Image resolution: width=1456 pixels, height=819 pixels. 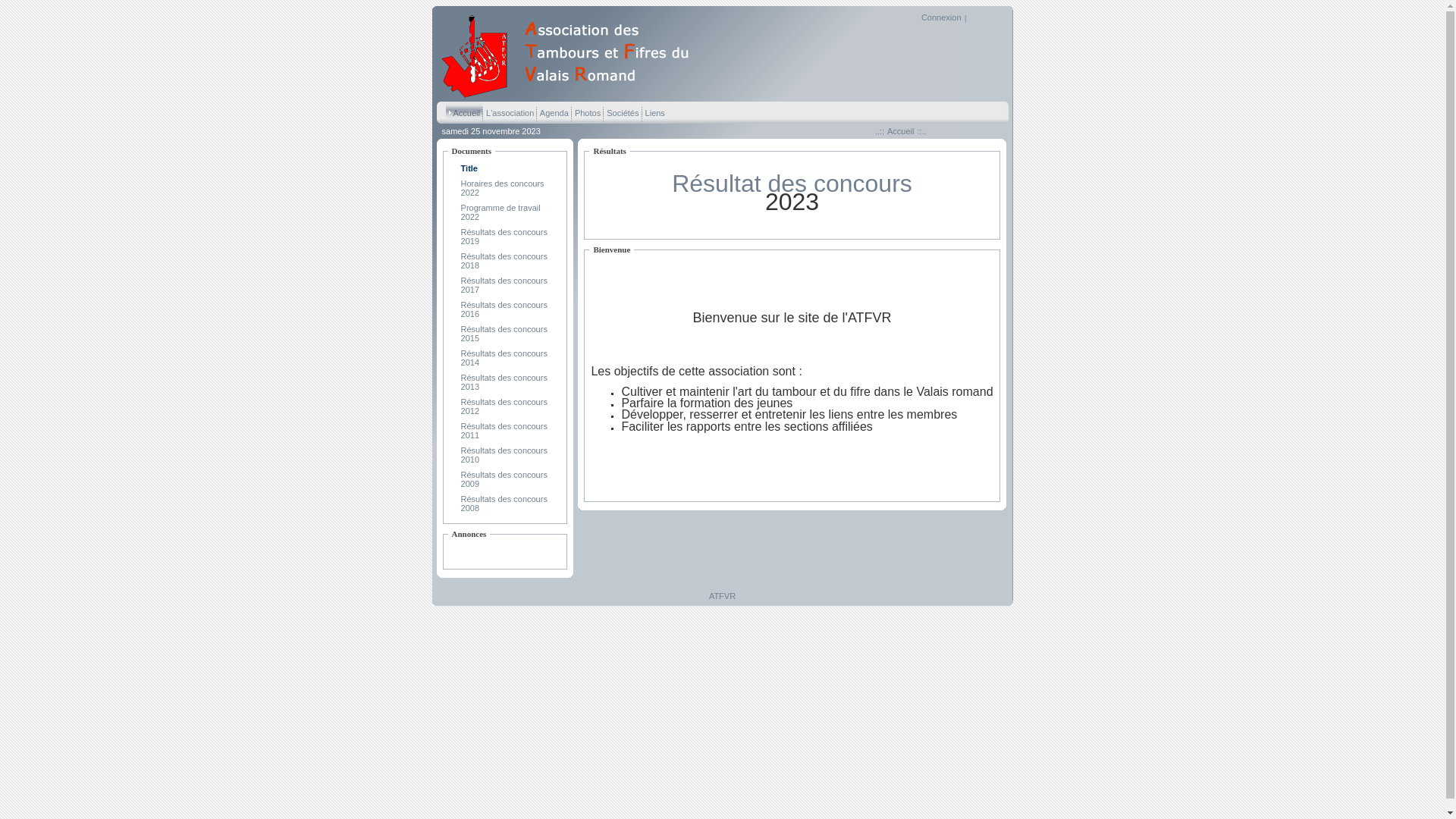 I want to click on 'Accueil', so click(x=900, y=130).